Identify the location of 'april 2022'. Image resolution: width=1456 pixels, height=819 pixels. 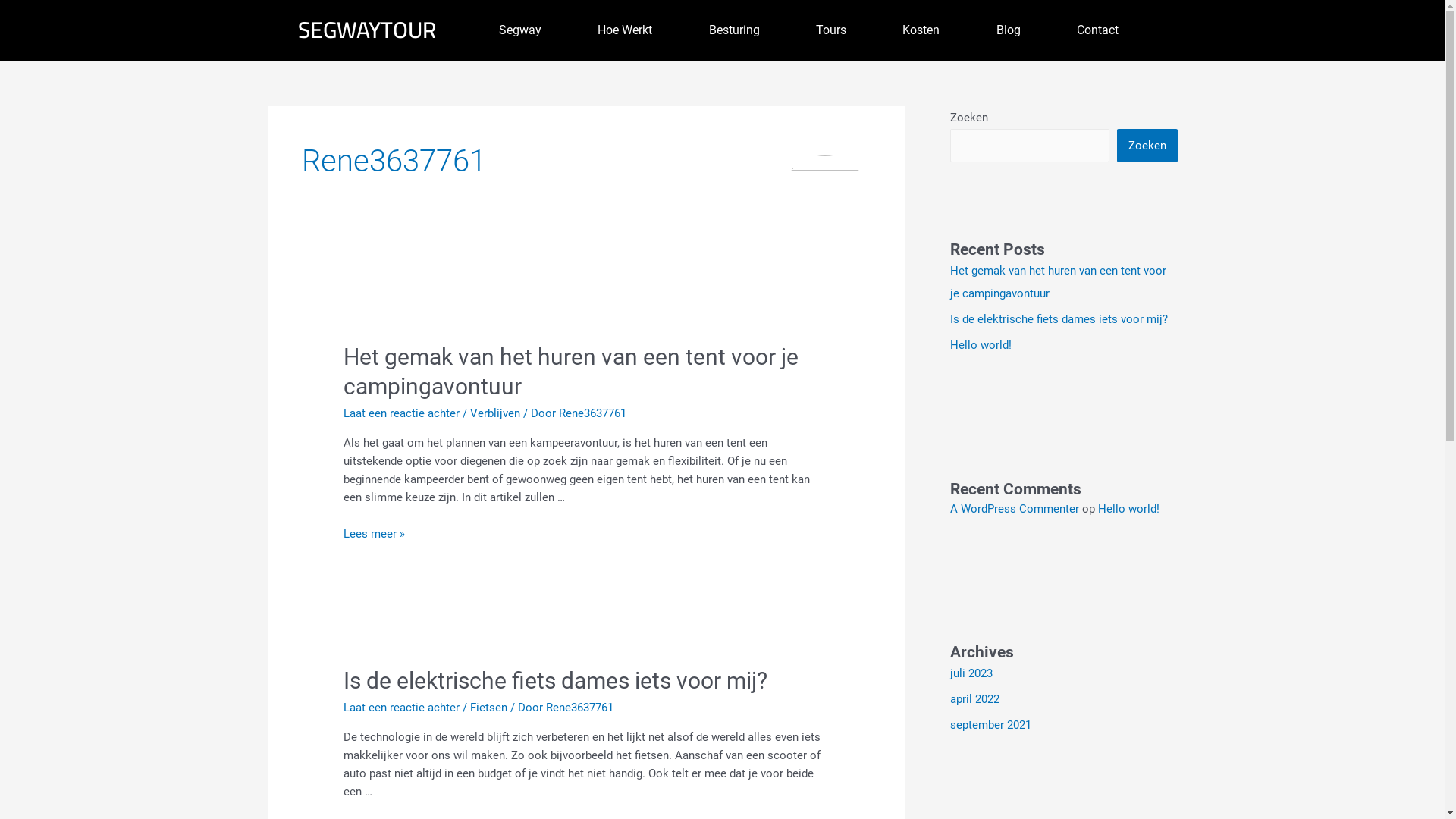
(949, 698).